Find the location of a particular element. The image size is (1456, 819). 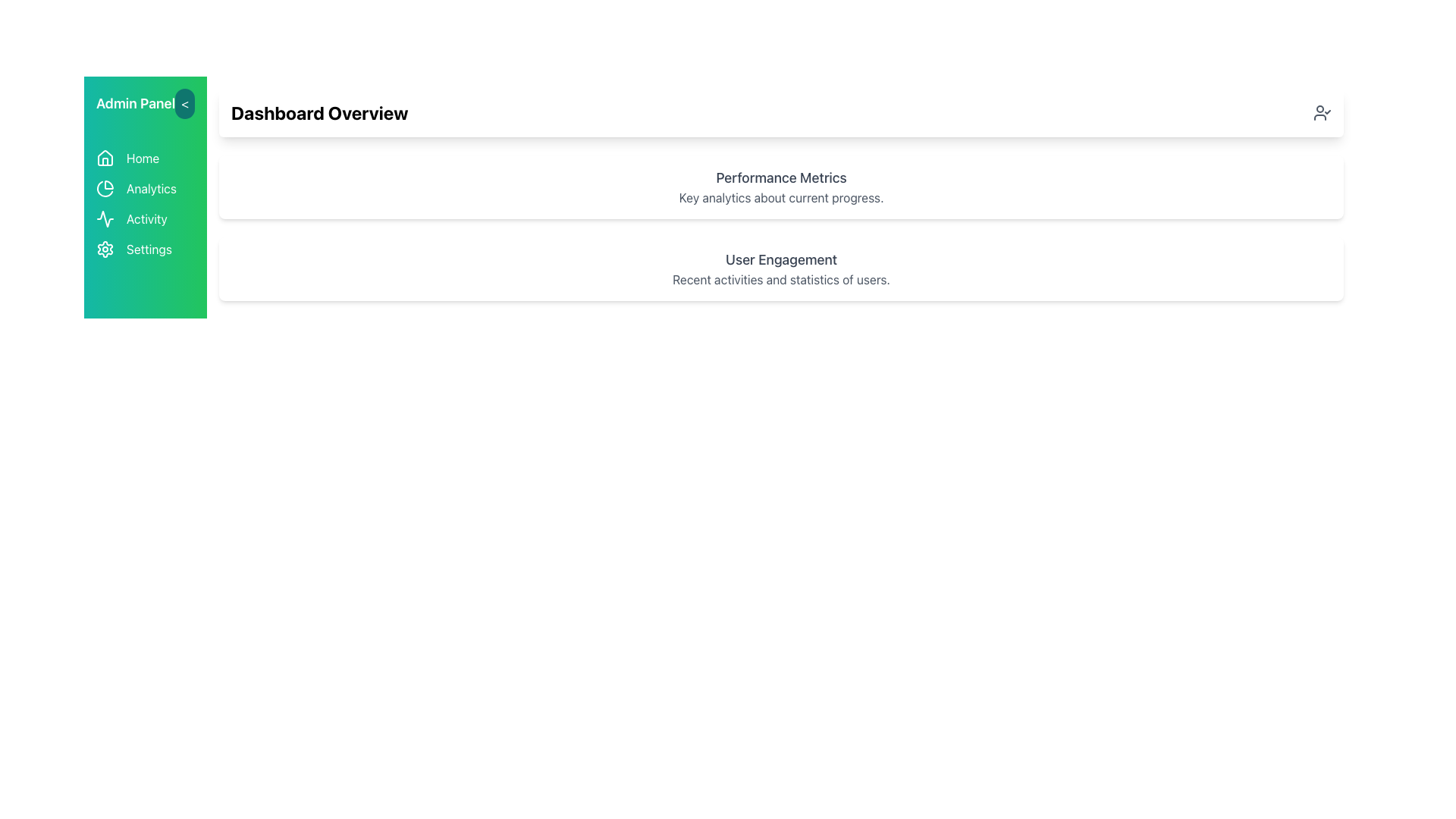

the third text label in the vertical navigation bar, positioned between 'Analytics' and 'Settings', which serves as a navigational link for viewing or managing activities is located at coordinates (146, 219).